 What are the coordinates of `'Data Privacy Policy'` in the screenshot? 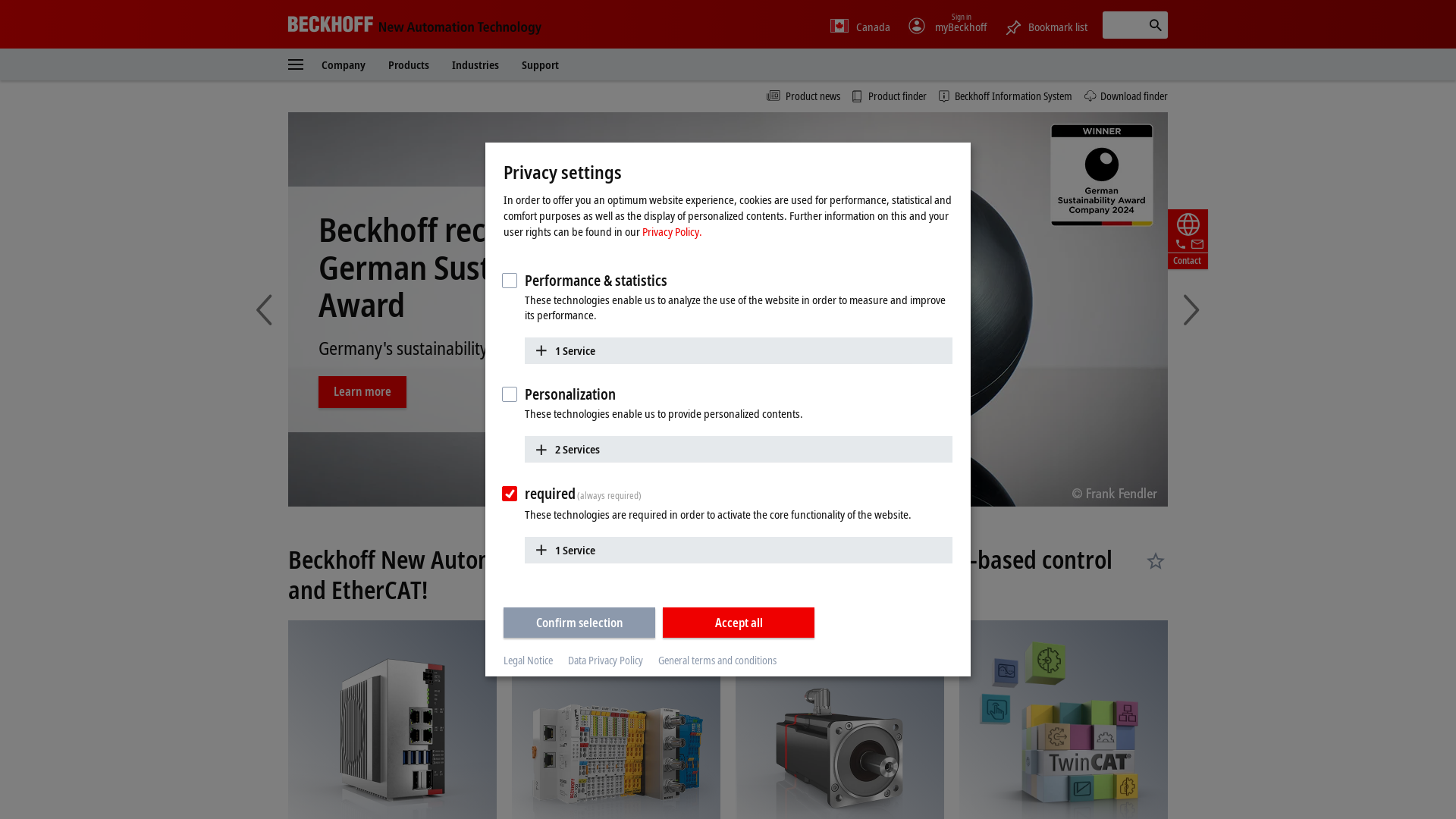 It's located at (604, 659).